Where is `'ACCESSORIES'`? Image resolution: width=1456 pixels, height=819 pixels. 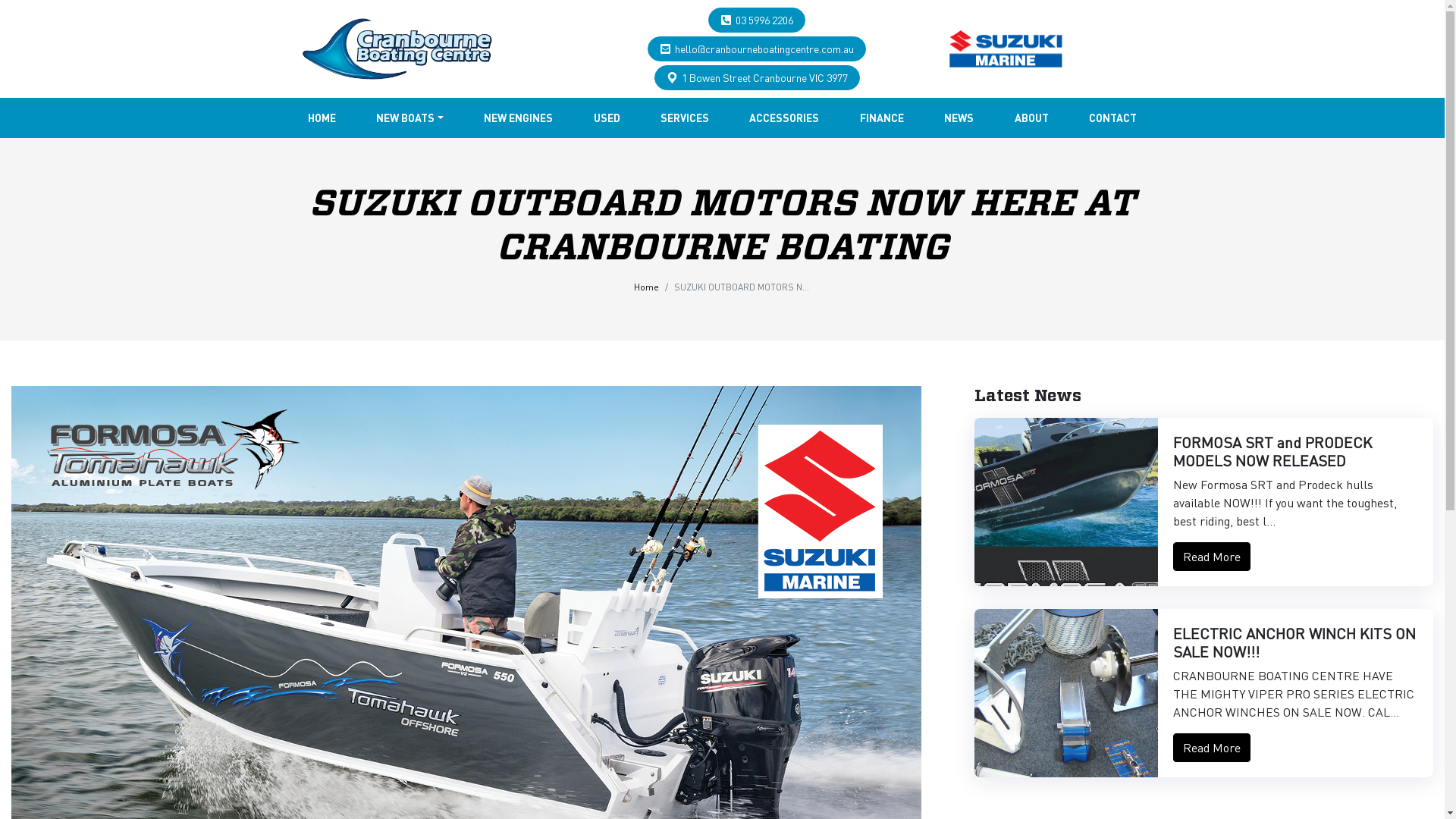 'ACCESSORIES' is located at coordinates (783, 117).